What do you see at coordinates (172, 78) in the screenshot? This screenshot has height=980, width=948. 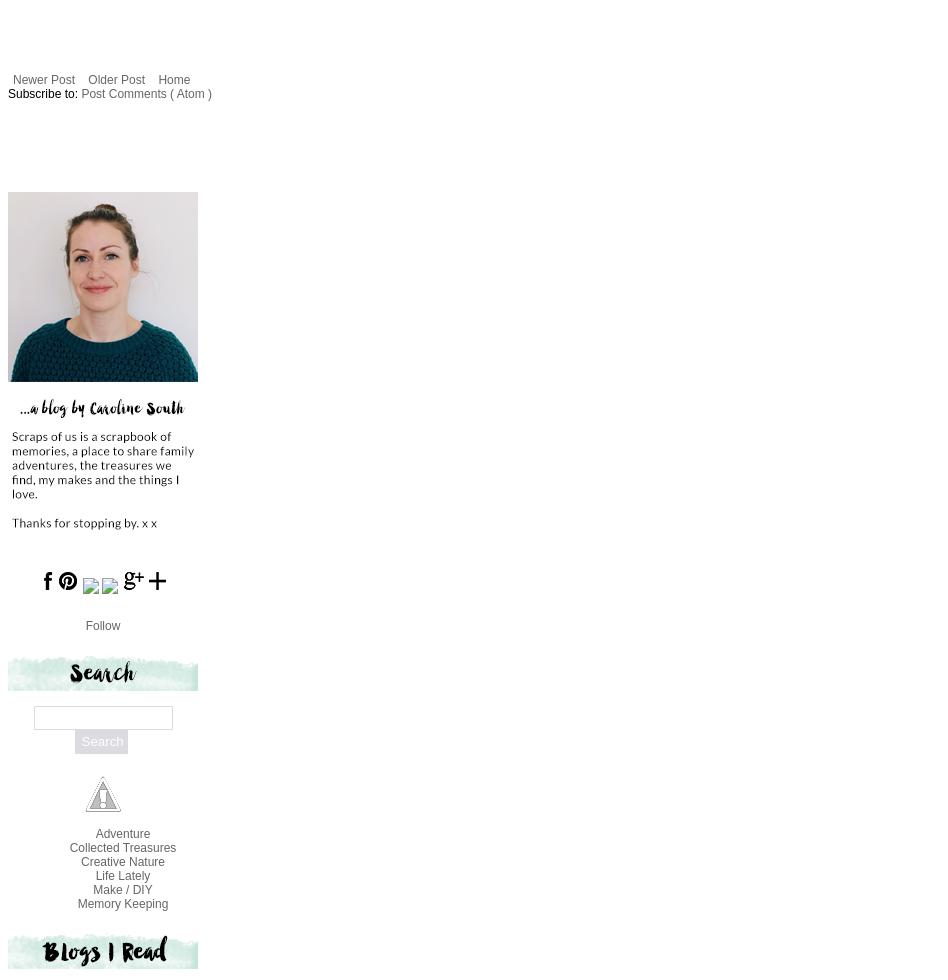 I see `'Home'` at bounding box center [172, 78].